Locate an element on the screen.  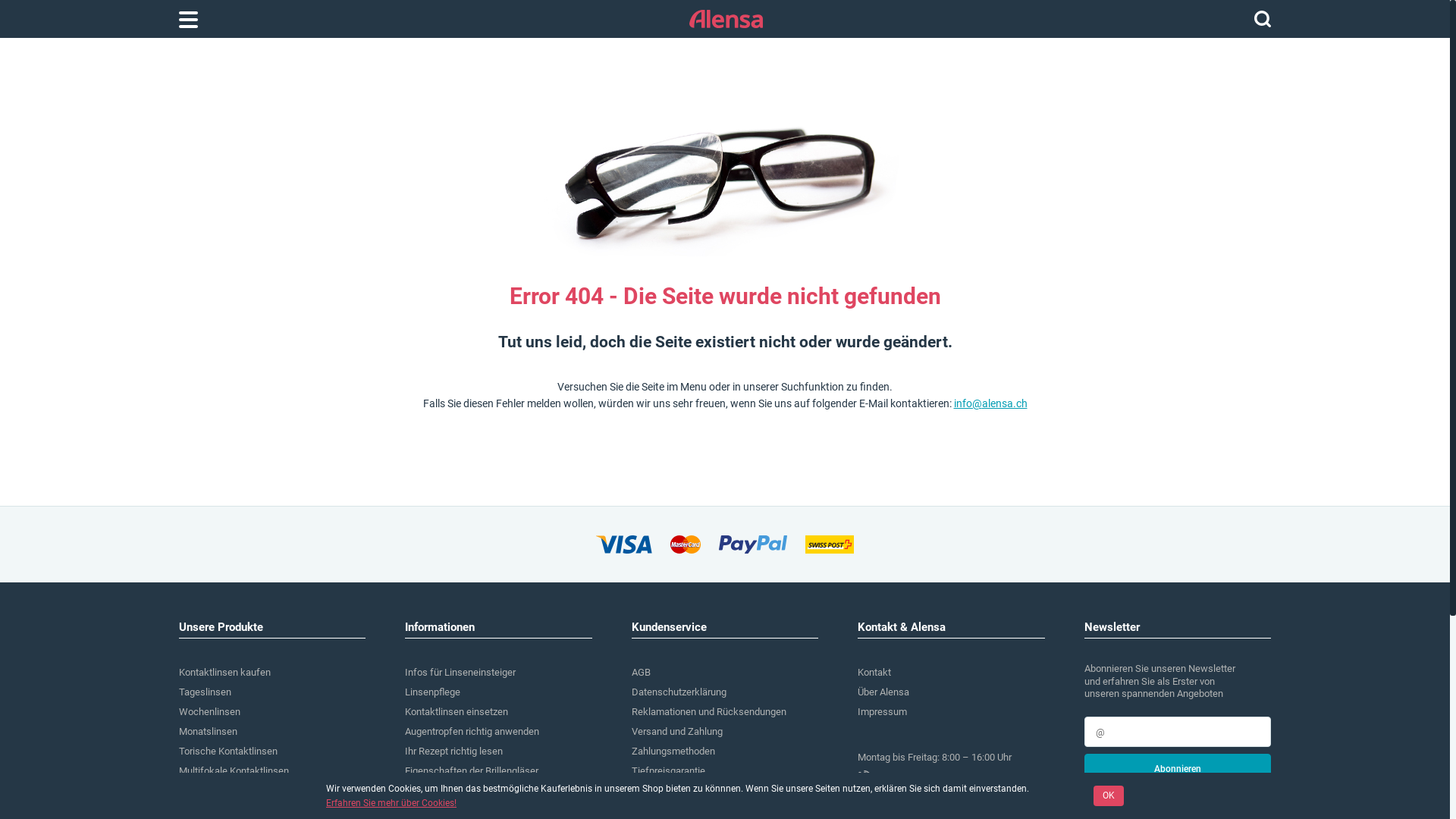
'Nein danke, ich will kein Geld sparen.' is located at coordinates (1163, 795).